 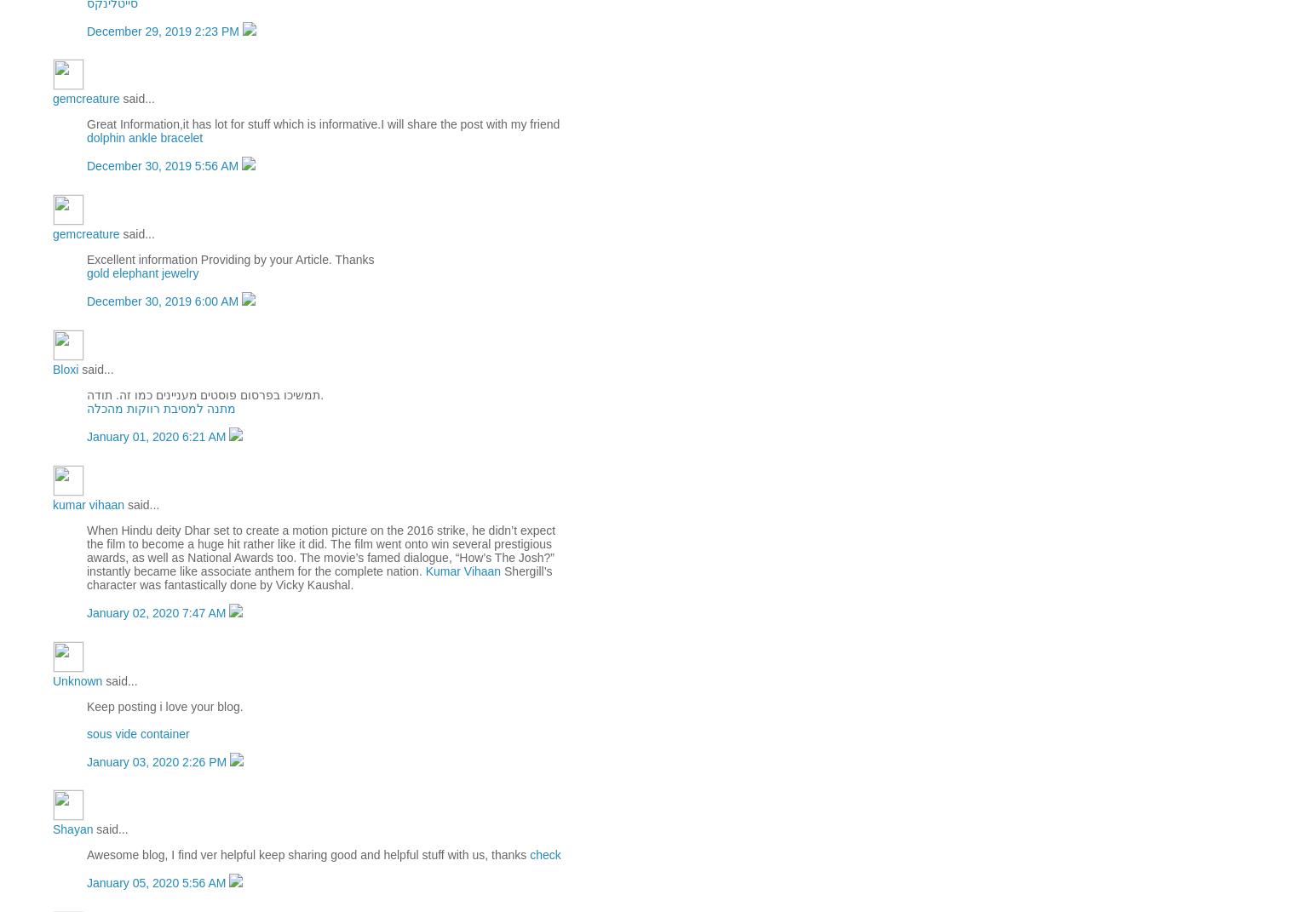 I want to click on 'Bloxi', so click(x=64, y=369).